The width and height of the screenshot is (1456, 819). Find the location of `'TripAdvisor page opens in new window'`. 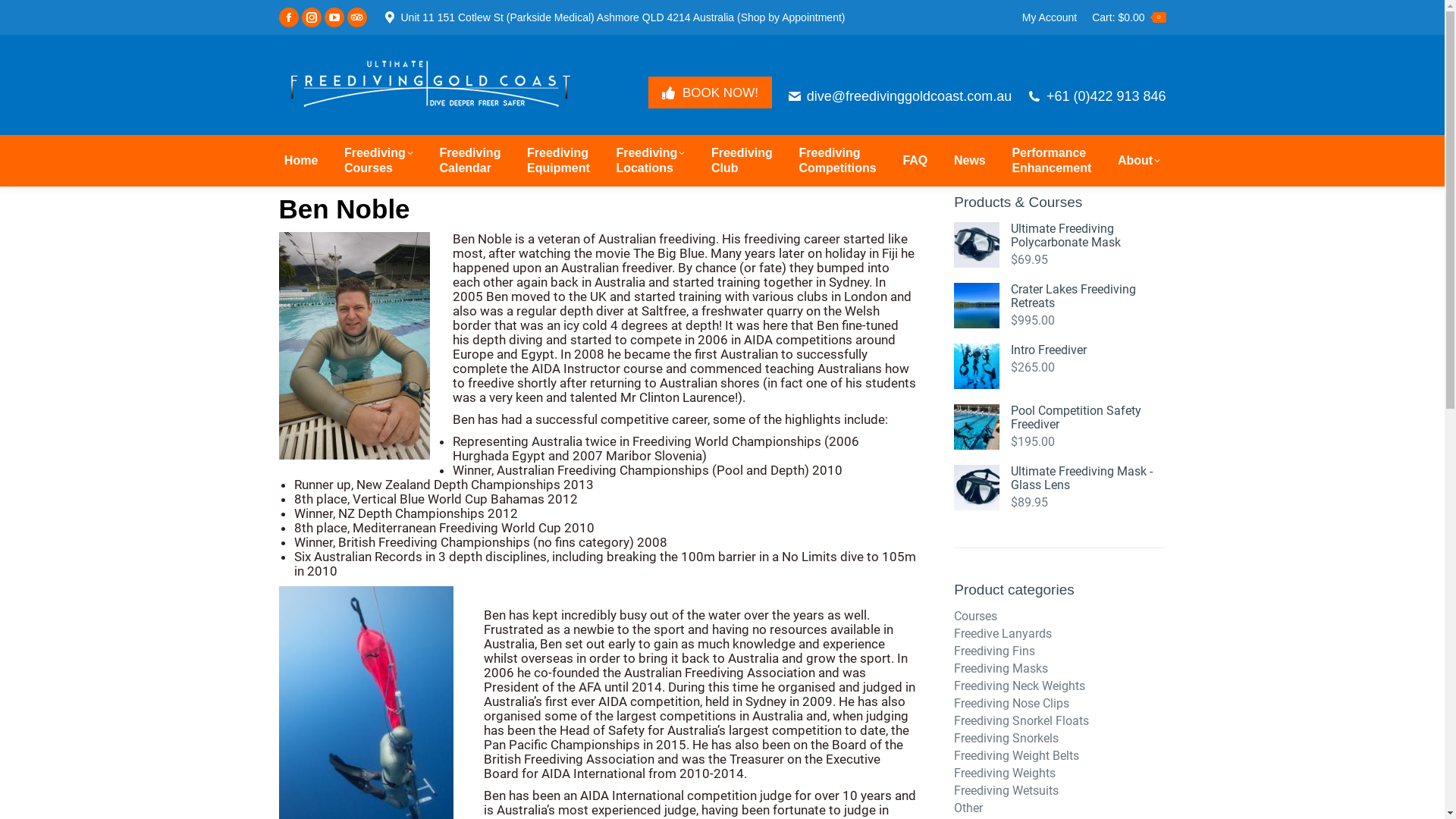

'TripAdvisor page opens in new window' is located at coordinates (356, 17).